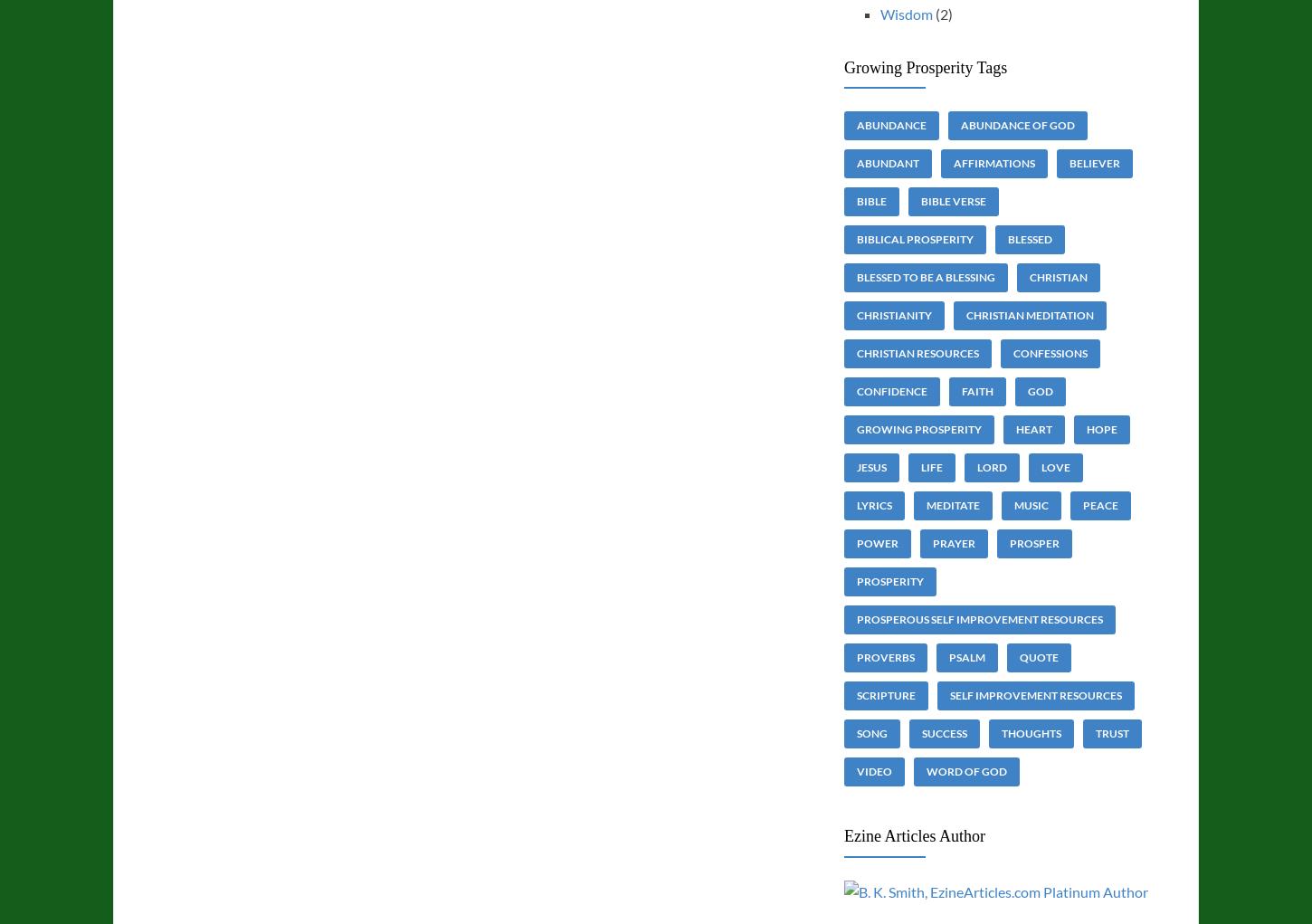  I want to click on 'abundant', so click(887, 162).